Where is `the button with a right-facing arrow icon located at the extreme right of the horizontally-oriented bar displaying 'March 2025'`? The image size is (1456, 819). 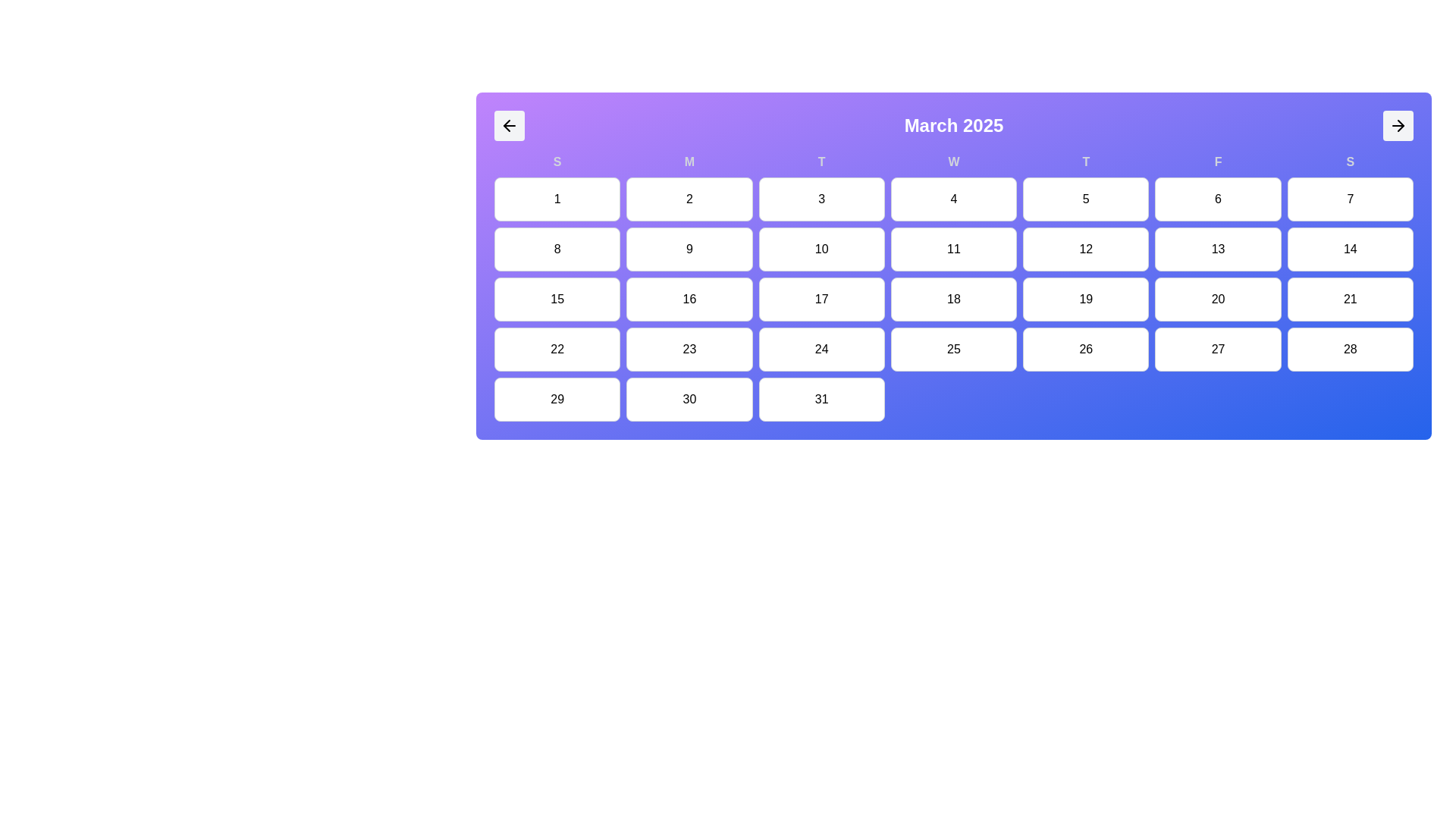
the button with a right-facing arrow icon located at the extreme right of the horizontally-oriented bar displaying 'March 2025' is located at coordinates (1397, 124).